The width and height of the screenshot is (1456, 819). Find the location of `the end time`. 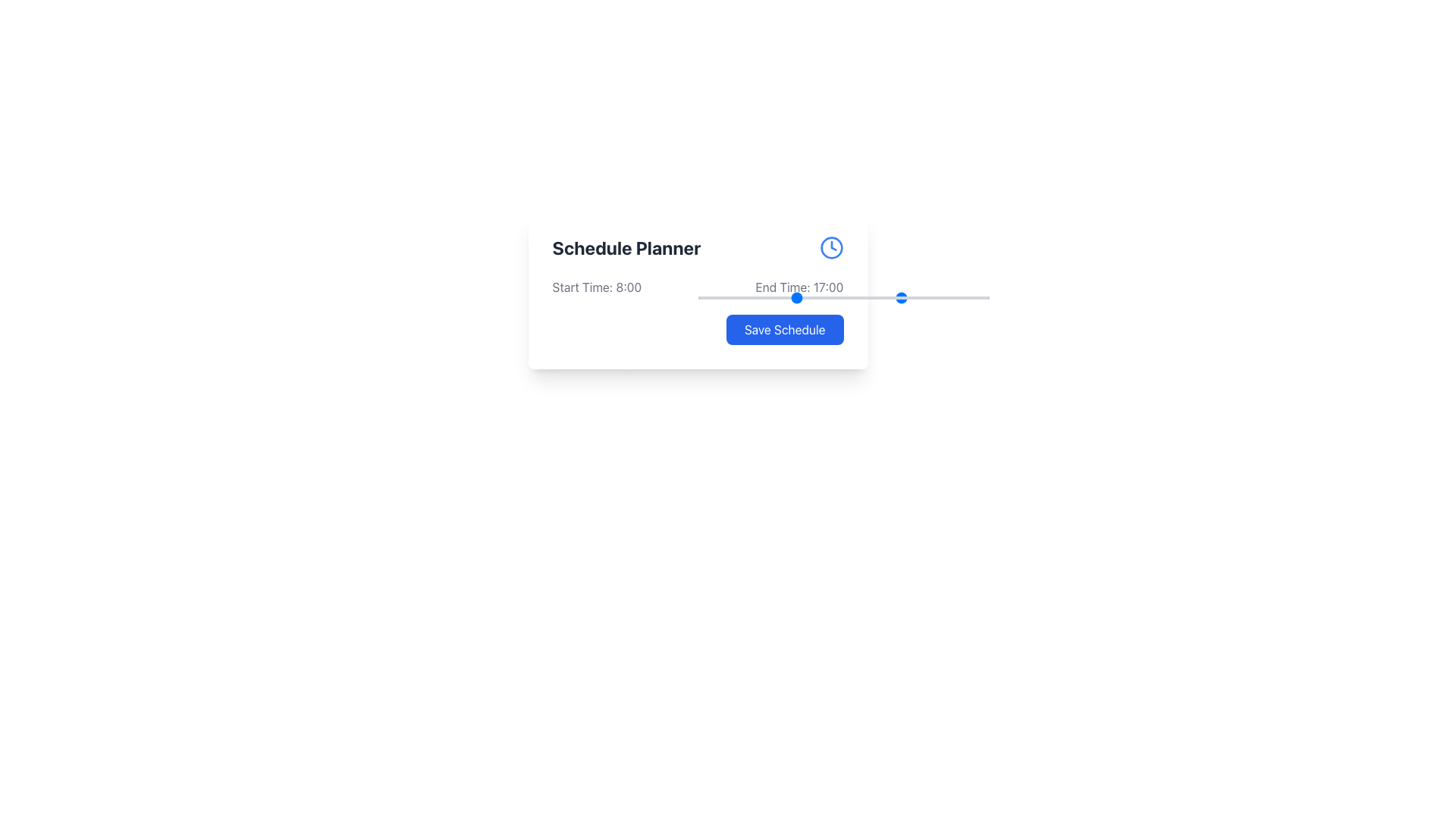

the end time is located at coordinates (880, 298).